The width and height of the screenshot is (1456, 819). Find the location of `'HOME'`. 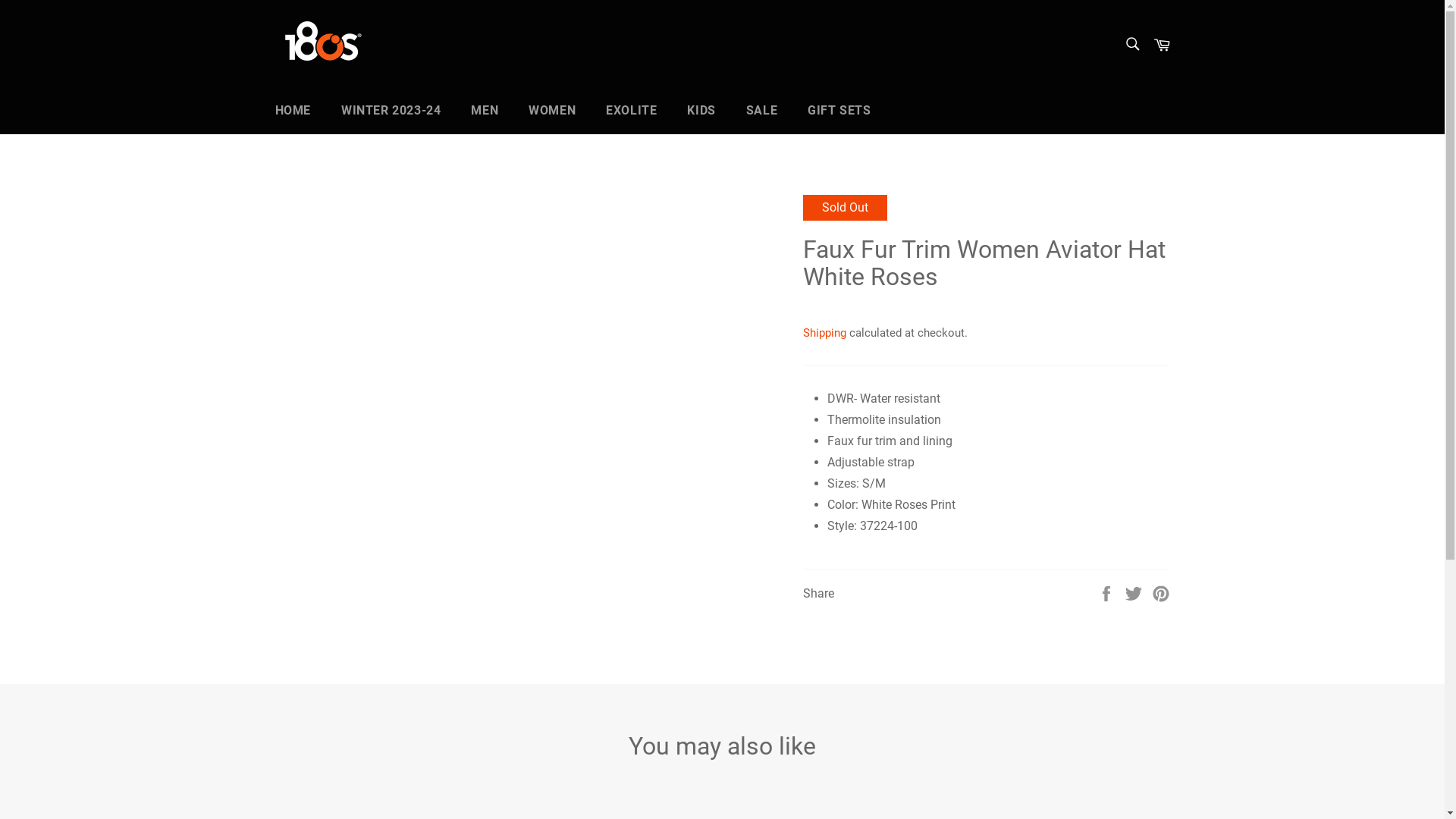

'HOME' is located at coordinates (300, 110).